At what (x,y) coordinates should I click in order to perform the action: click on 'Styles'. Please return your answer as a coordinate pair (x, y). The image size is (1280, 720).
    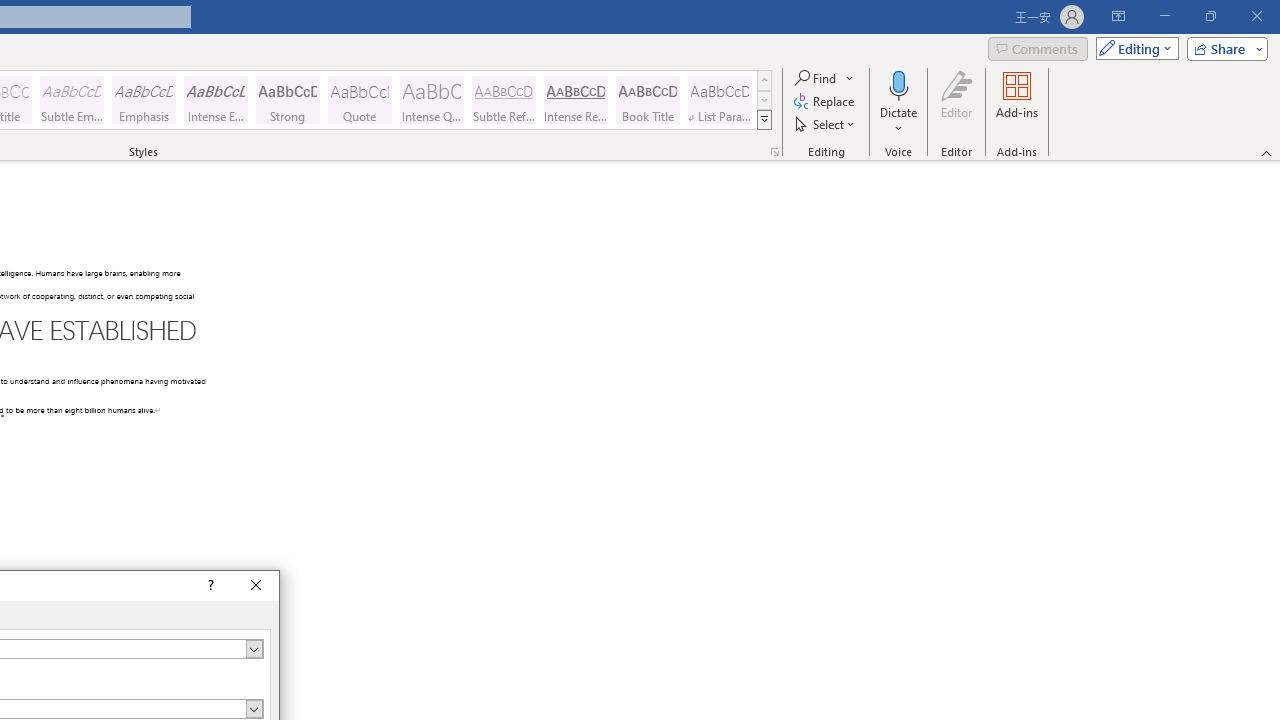
    Looking at the image, I should click on (763, 120).